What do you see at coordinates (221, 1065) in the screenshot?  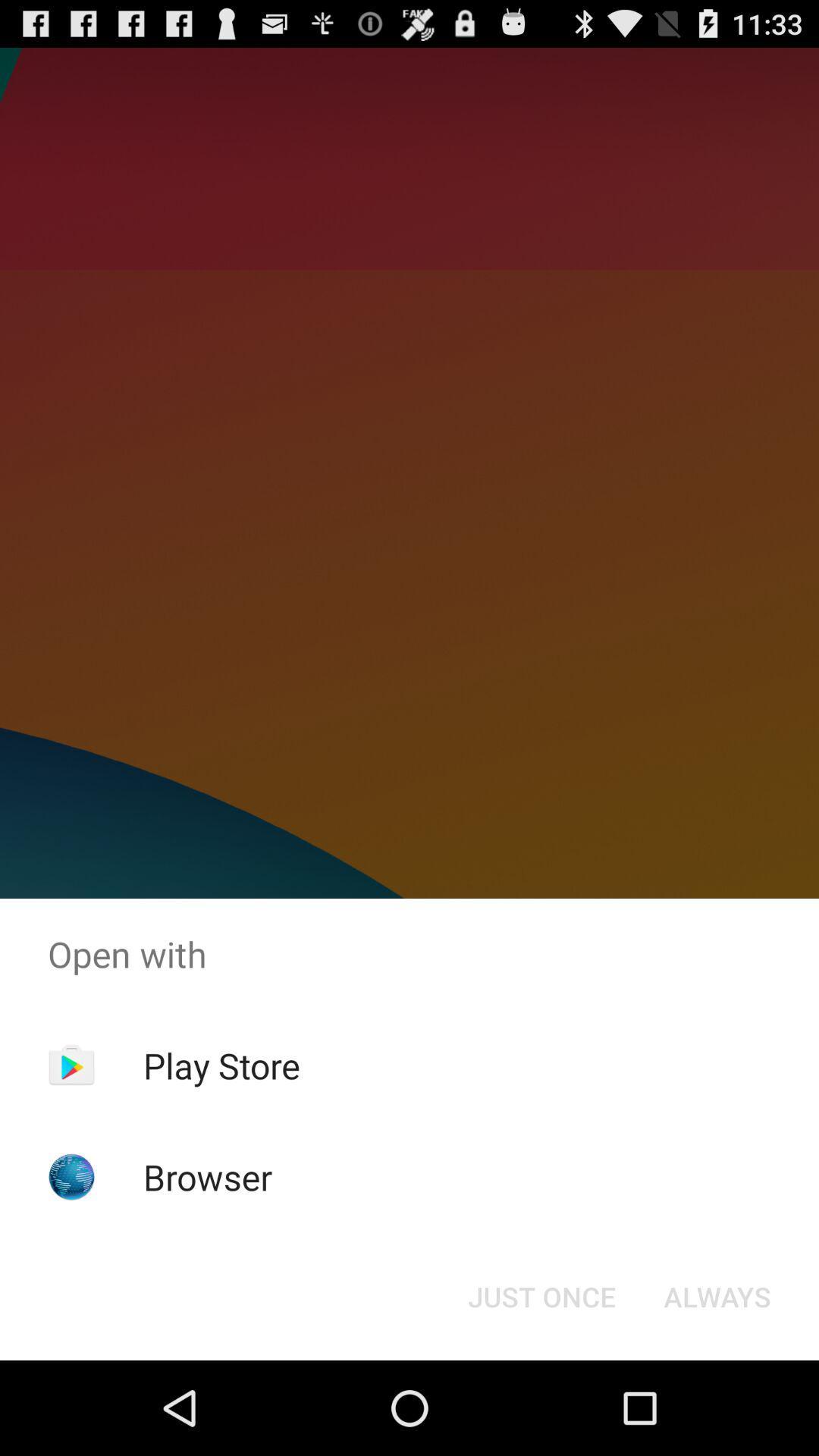 I see `item above browser item` at bounding box center [221, 1065].